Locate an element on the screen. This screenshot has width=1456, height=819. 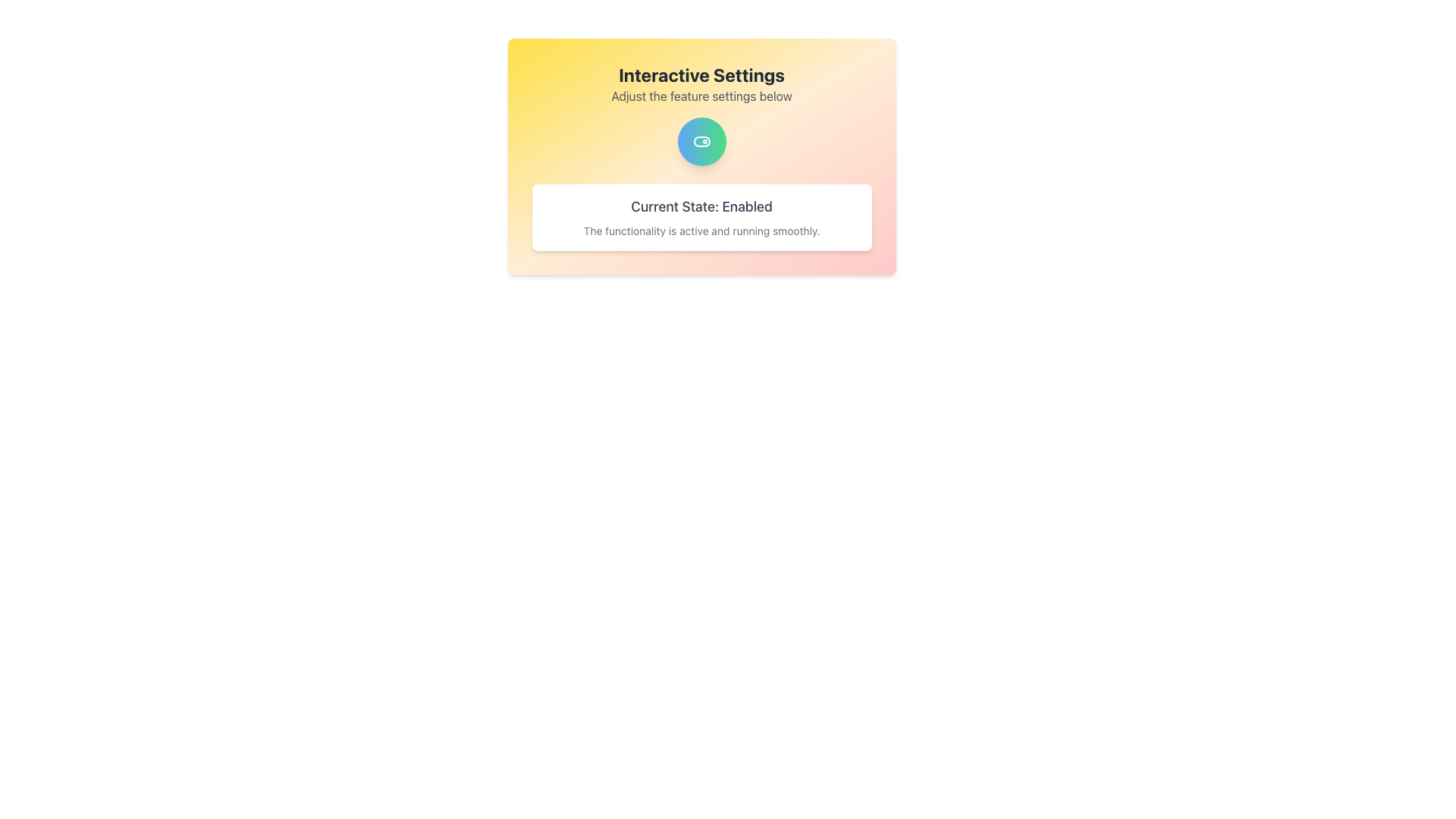
the state change of the rectangular toggle background, which serves as the base of a toggle switch with a gradient color fill from light blue to teal is located at coordinates (701, 141).